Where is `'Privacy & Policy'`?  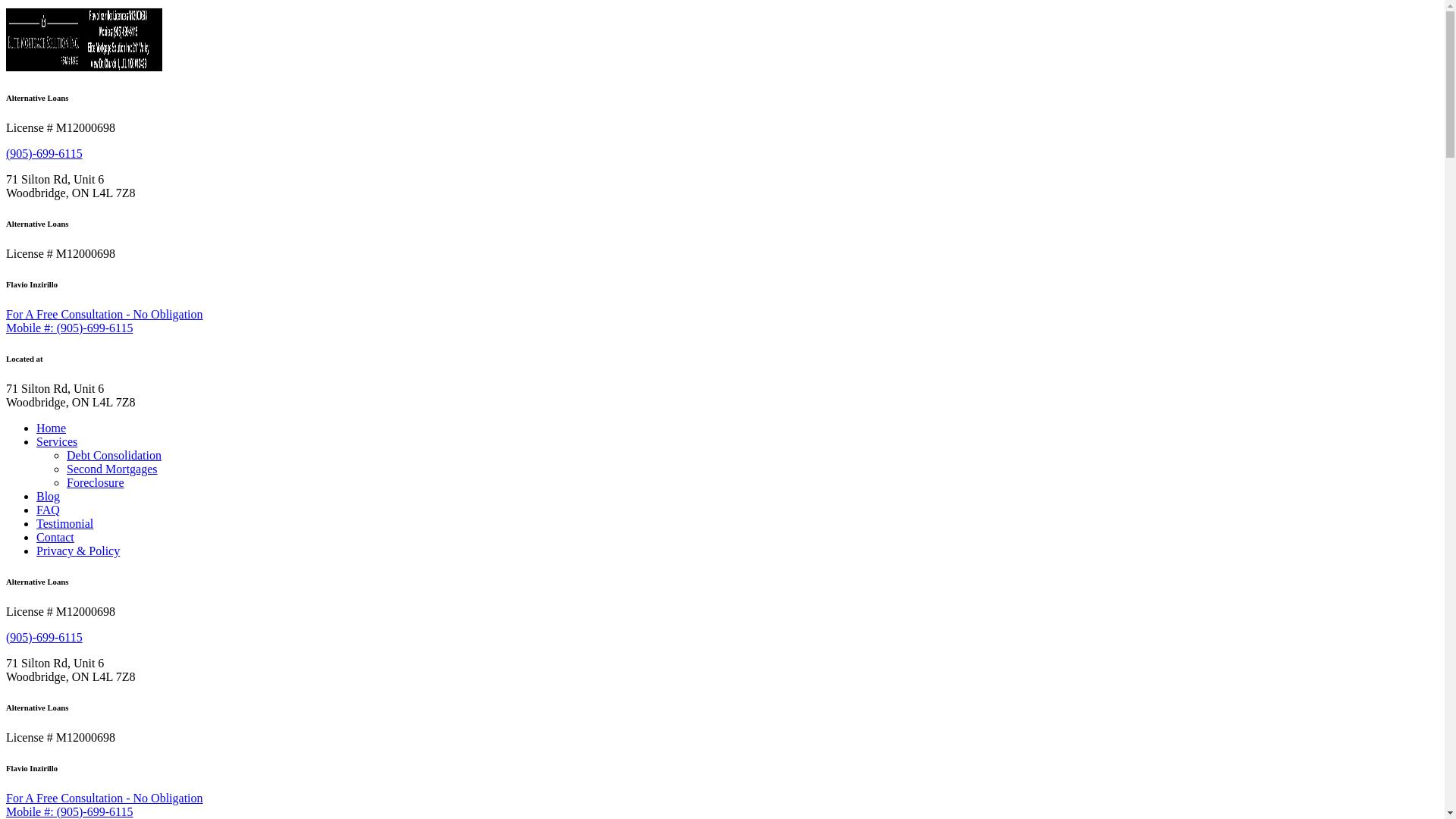
'Privacy & Policy' is located at coordinates (77, 551).